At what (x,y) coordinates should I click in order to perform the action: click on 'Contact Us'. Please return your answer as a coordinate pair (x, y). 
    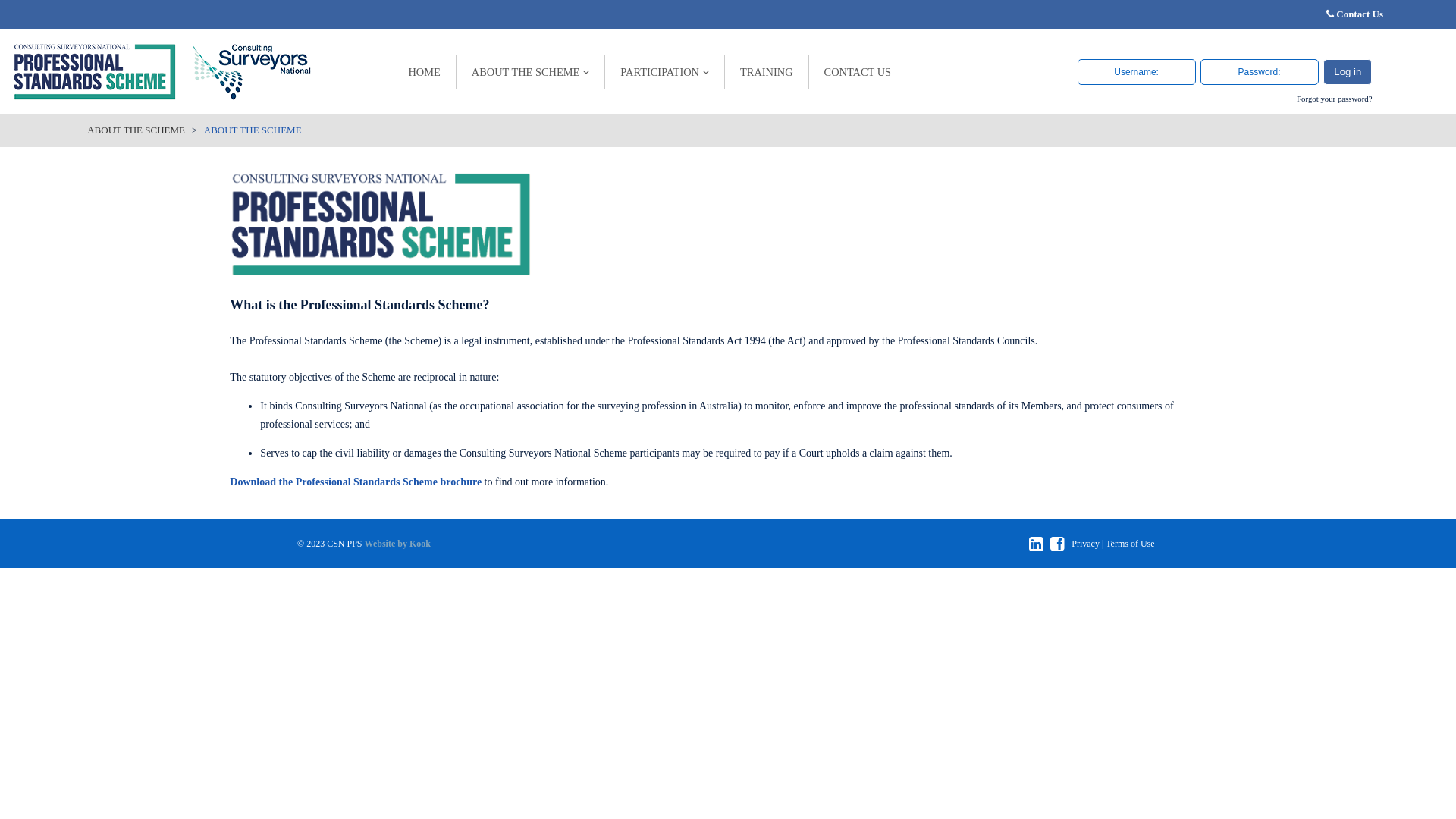
    Looking at the image, I should click on (1360, 14).